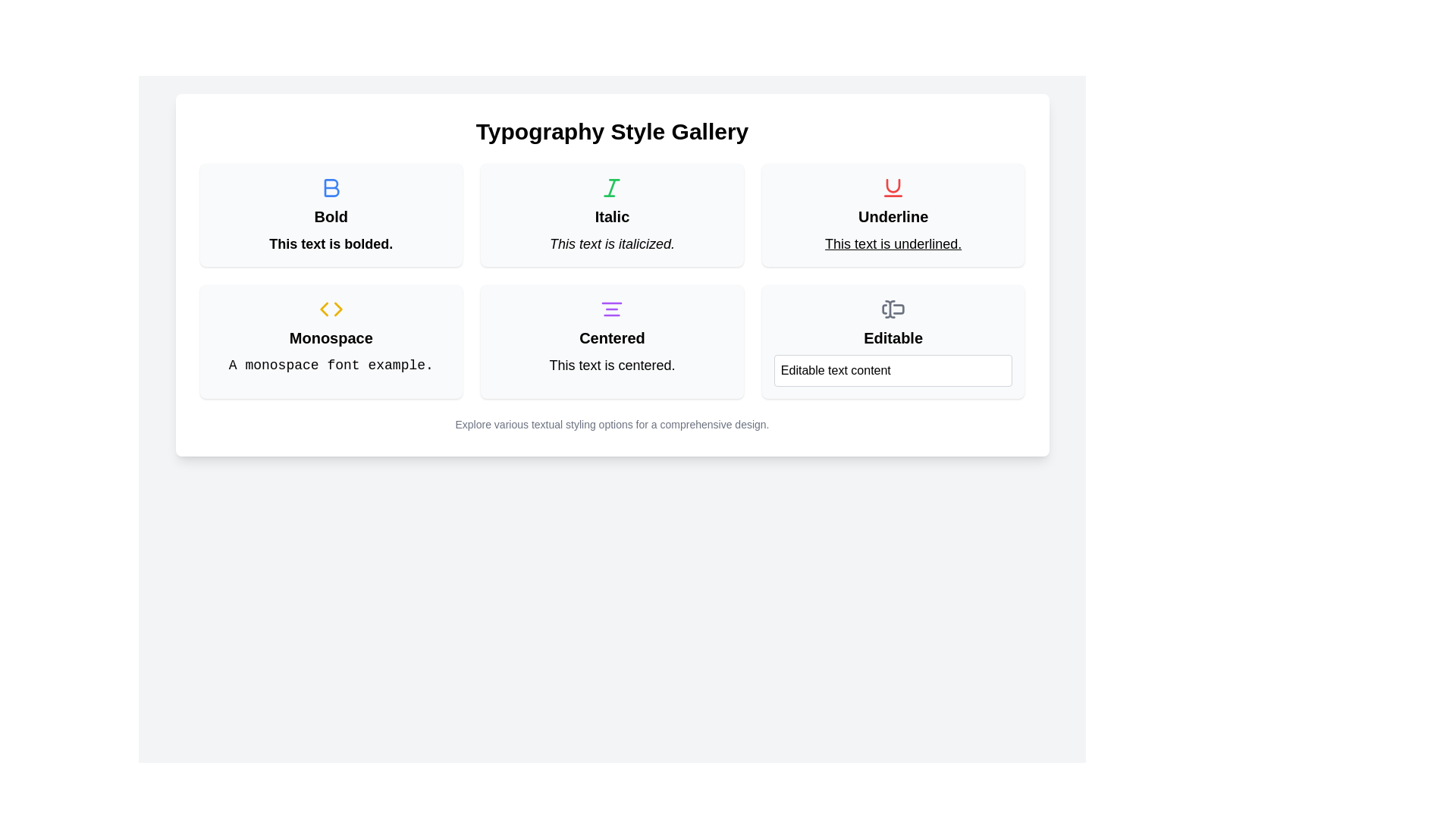 The image size is (1456, 819). I want to click on the left-facing triangular arrow icon with a yellow stroke and hollow center located in the top-left corner of the 'Monospace' box, so click(323, 309).